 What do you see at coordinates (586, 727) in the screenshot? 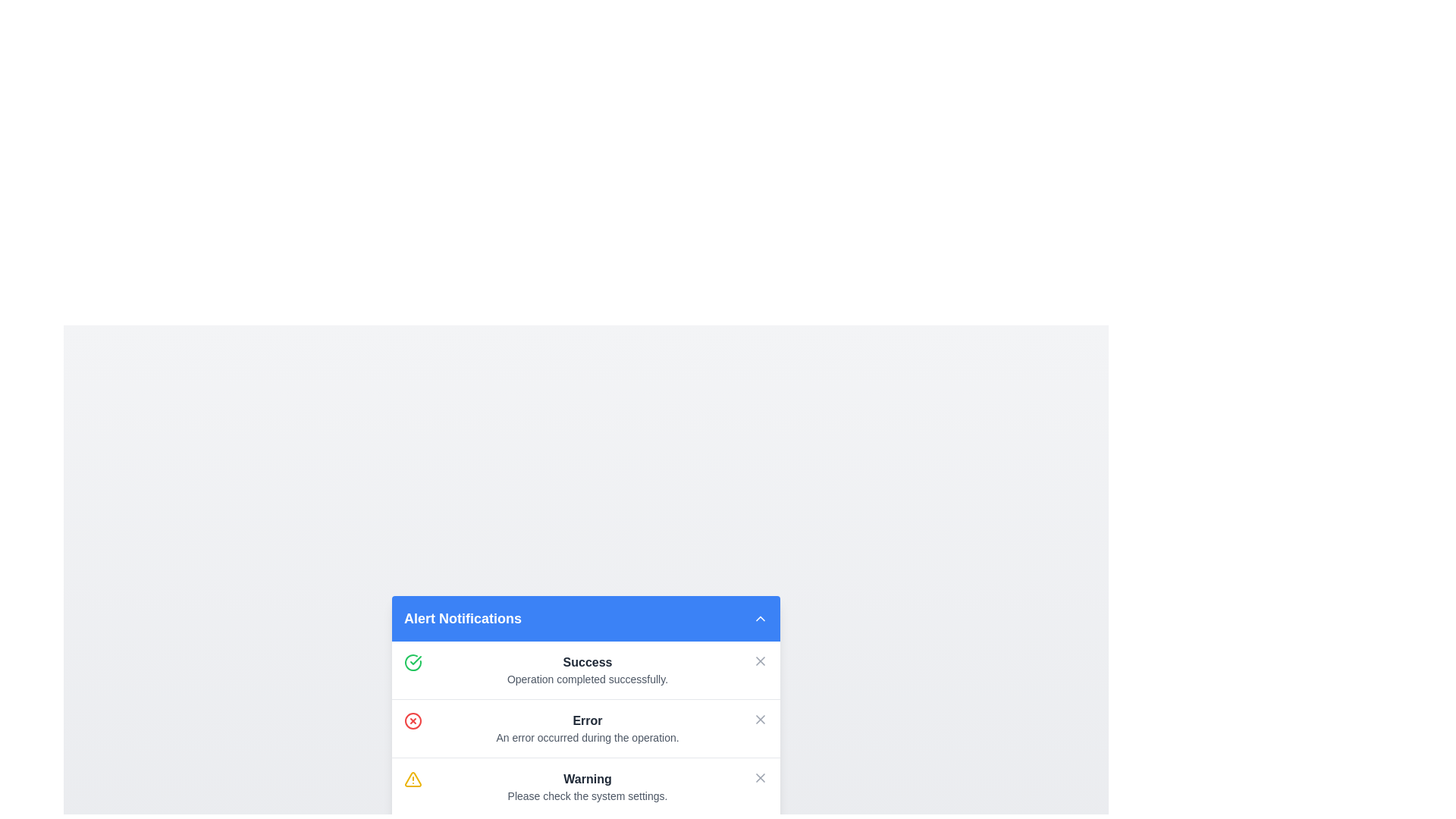
I see `error message displayed in the second notification block from the top in the 'Alert Notifications' panel, located between the 'Success' and 'Warning' notifications` at bounding box center [586, 727].